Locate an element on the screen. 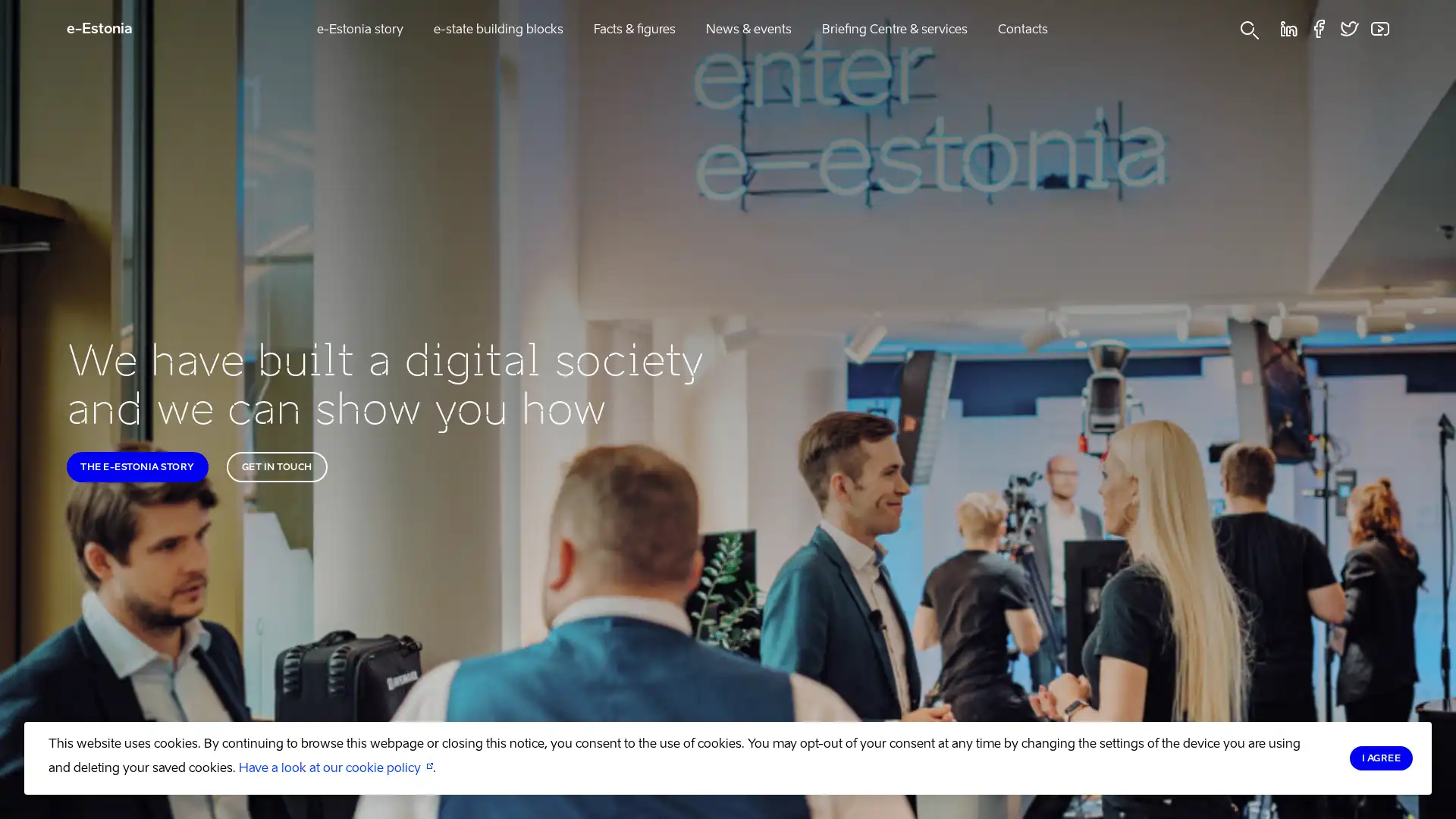  I AGREE is located at coordinates (1380, 758).